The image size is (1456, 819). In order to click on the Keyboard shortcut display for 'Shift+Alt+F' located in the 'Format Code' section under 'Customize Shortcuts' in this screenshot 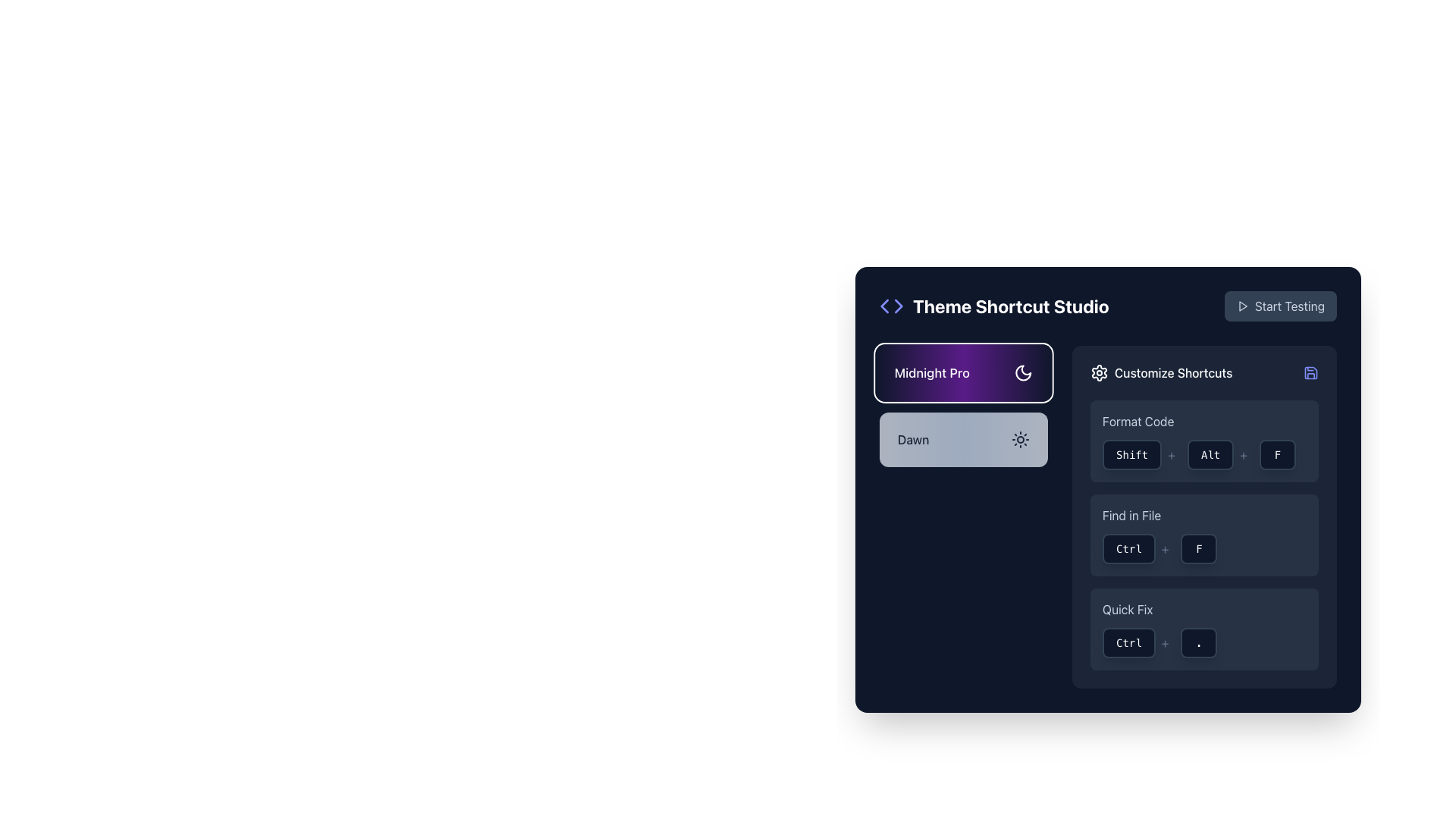, I will do `click(1203, 454)`.